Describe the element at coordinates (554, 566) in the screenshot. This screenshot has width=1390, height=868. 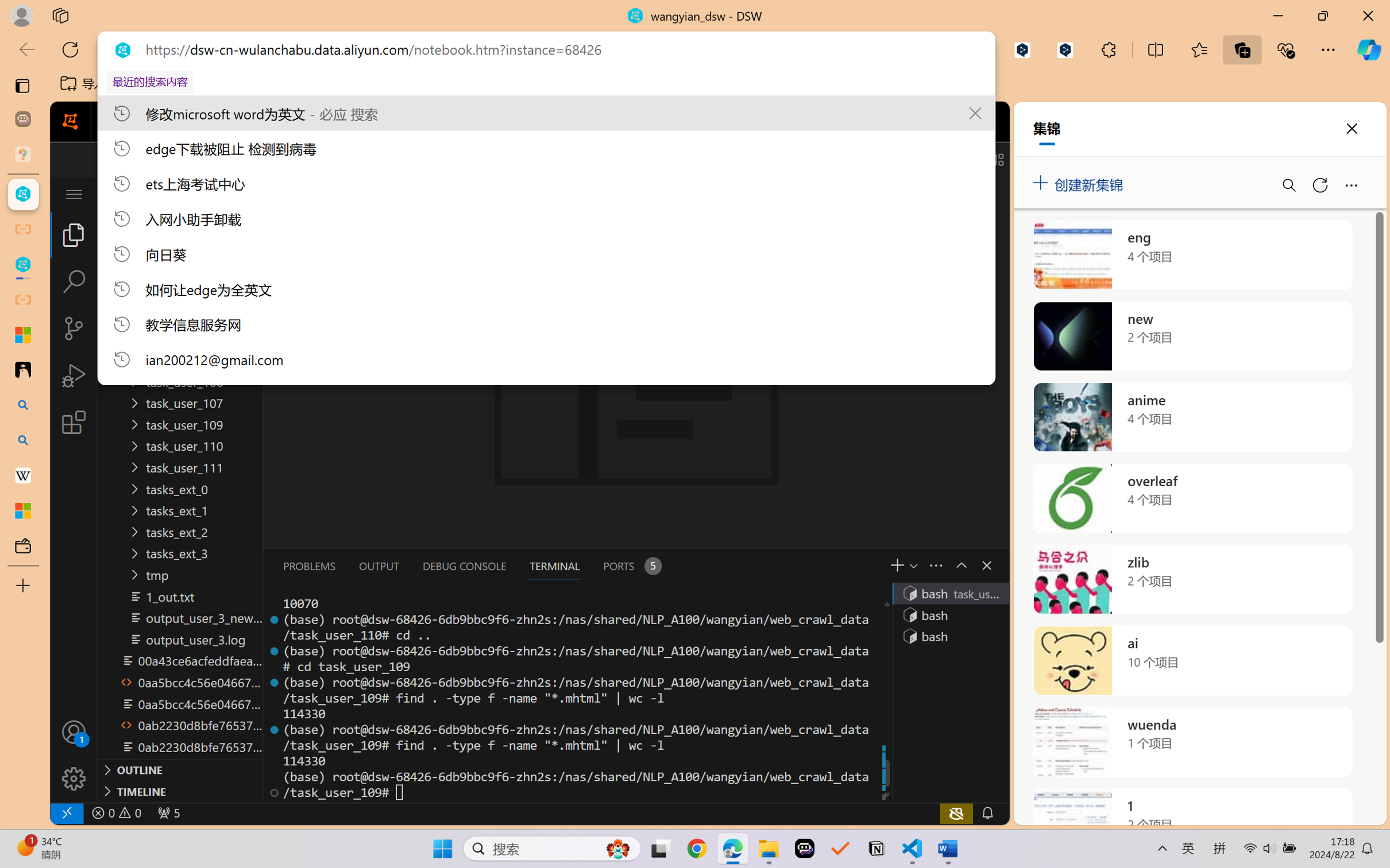
I see `'Terminal (Ctrl+`)'` at that location.